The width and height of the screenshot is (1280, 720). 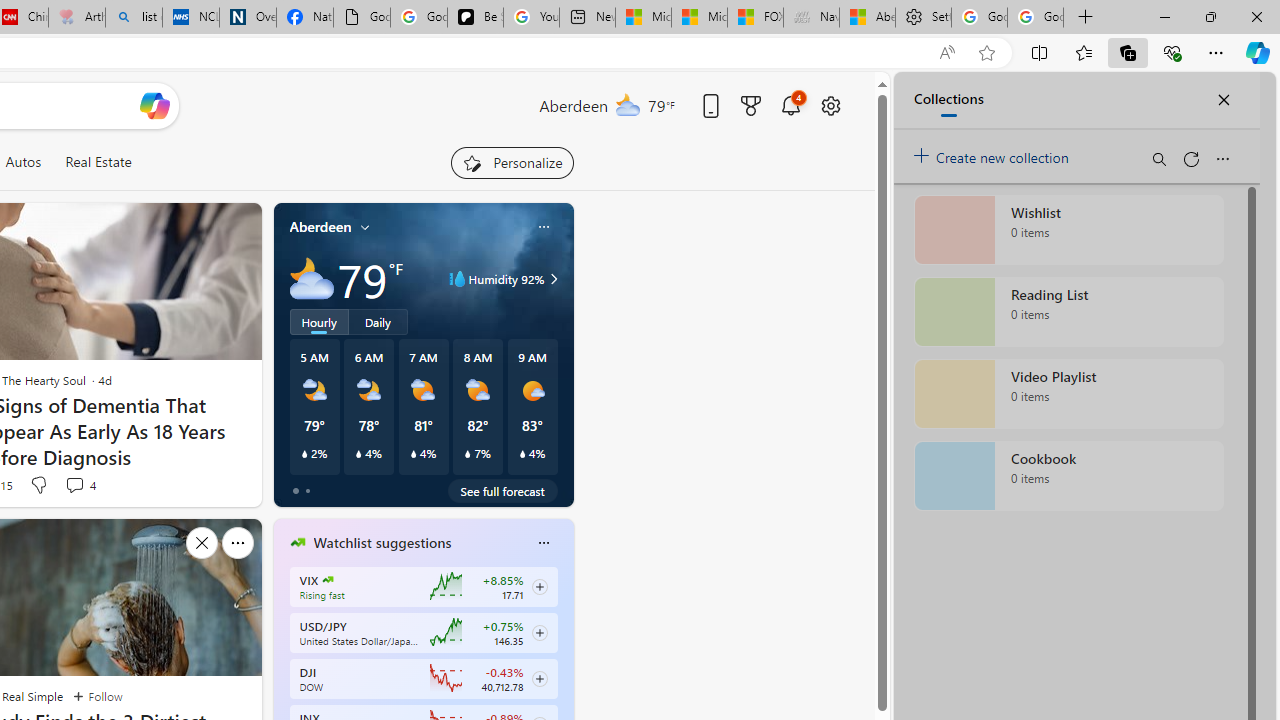 What do you see at coordinates (306, 491) in the screenshot?
I see `'tab-1'` at bounding box center [306, 491].